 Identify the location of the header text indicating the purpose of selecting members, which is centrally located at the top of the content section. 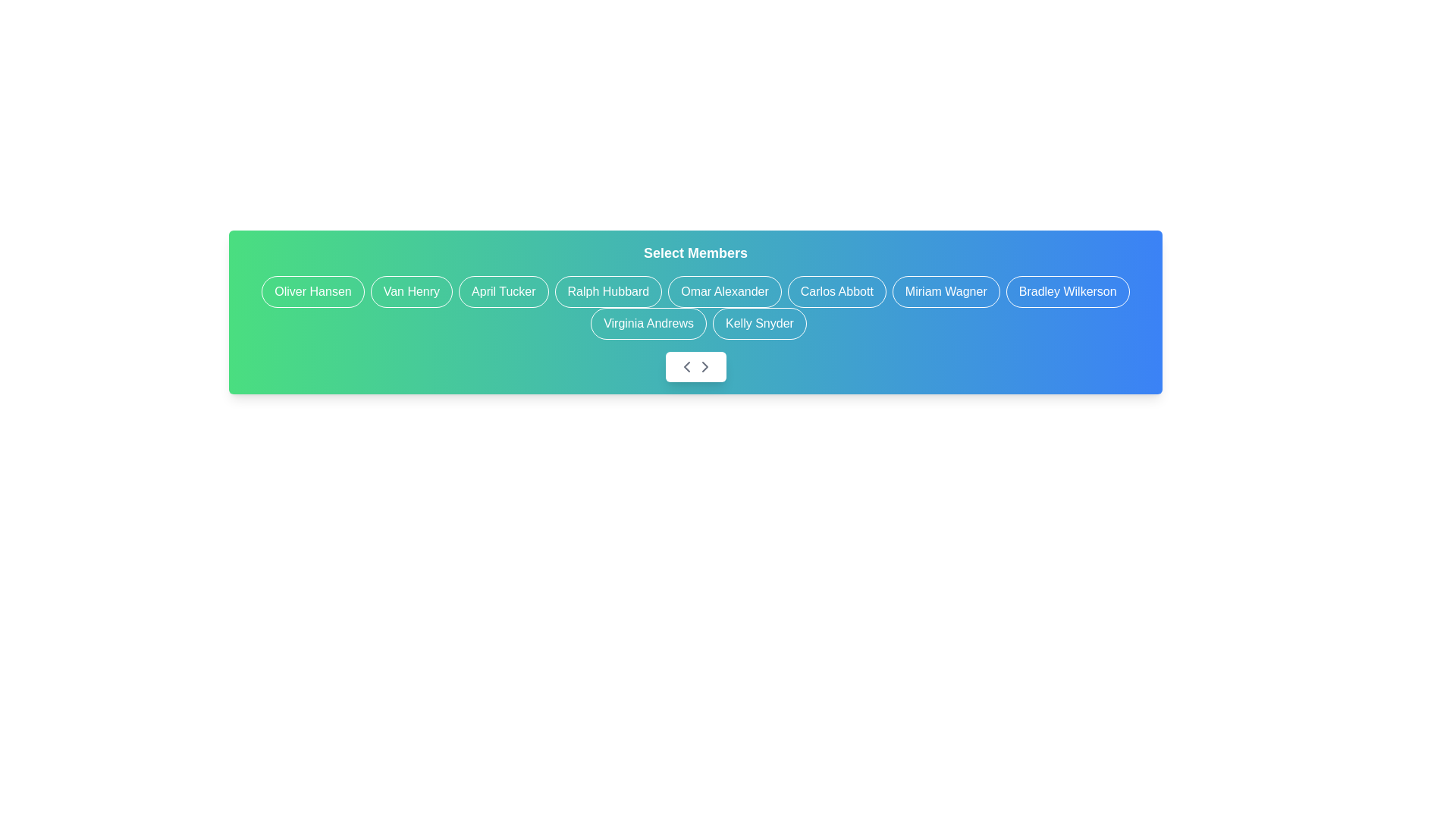
(695, 253).